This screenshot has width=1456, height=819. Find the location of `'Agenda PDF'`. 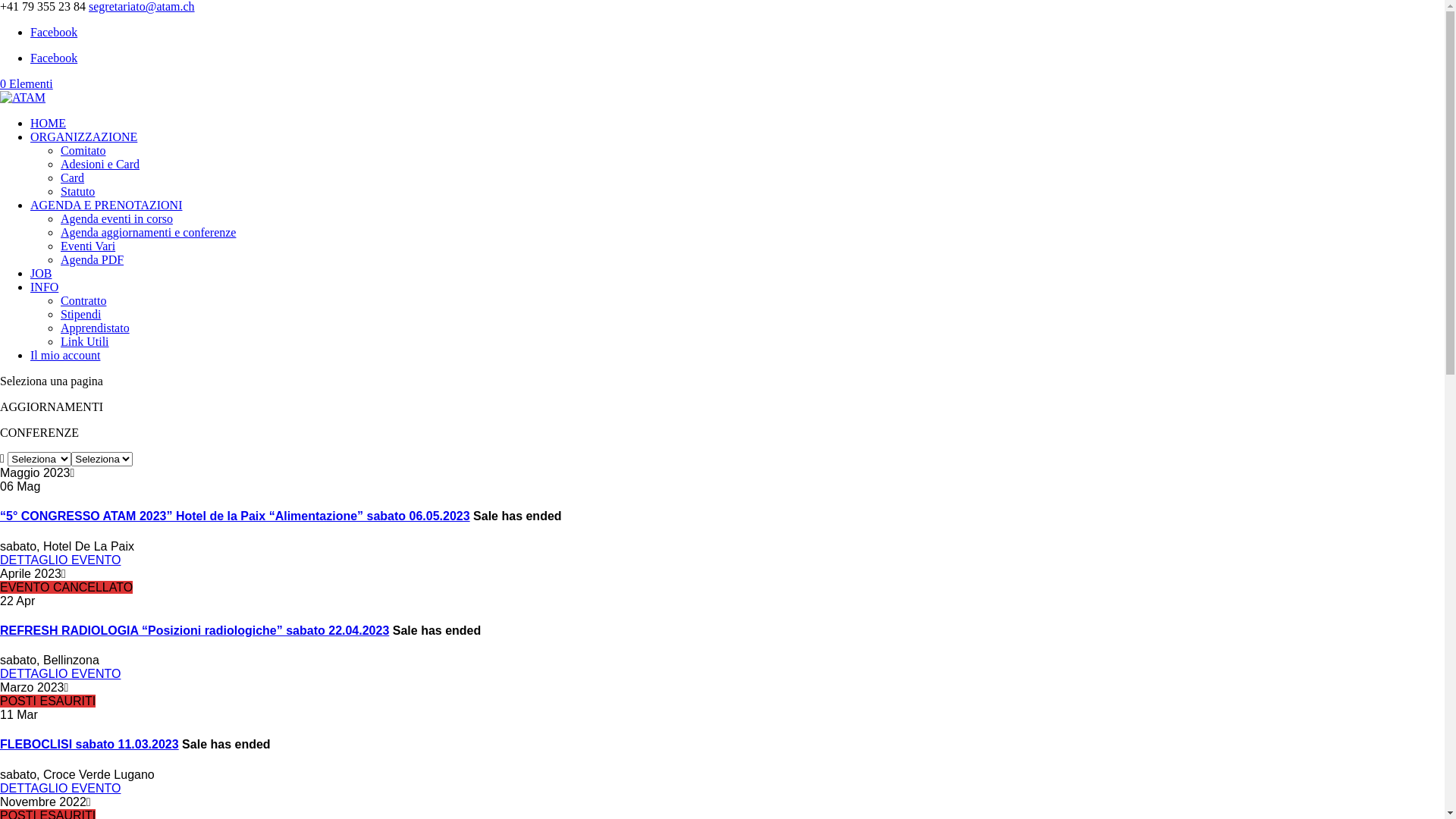

'Agenda PDF' is located at coordinates (91, 259).